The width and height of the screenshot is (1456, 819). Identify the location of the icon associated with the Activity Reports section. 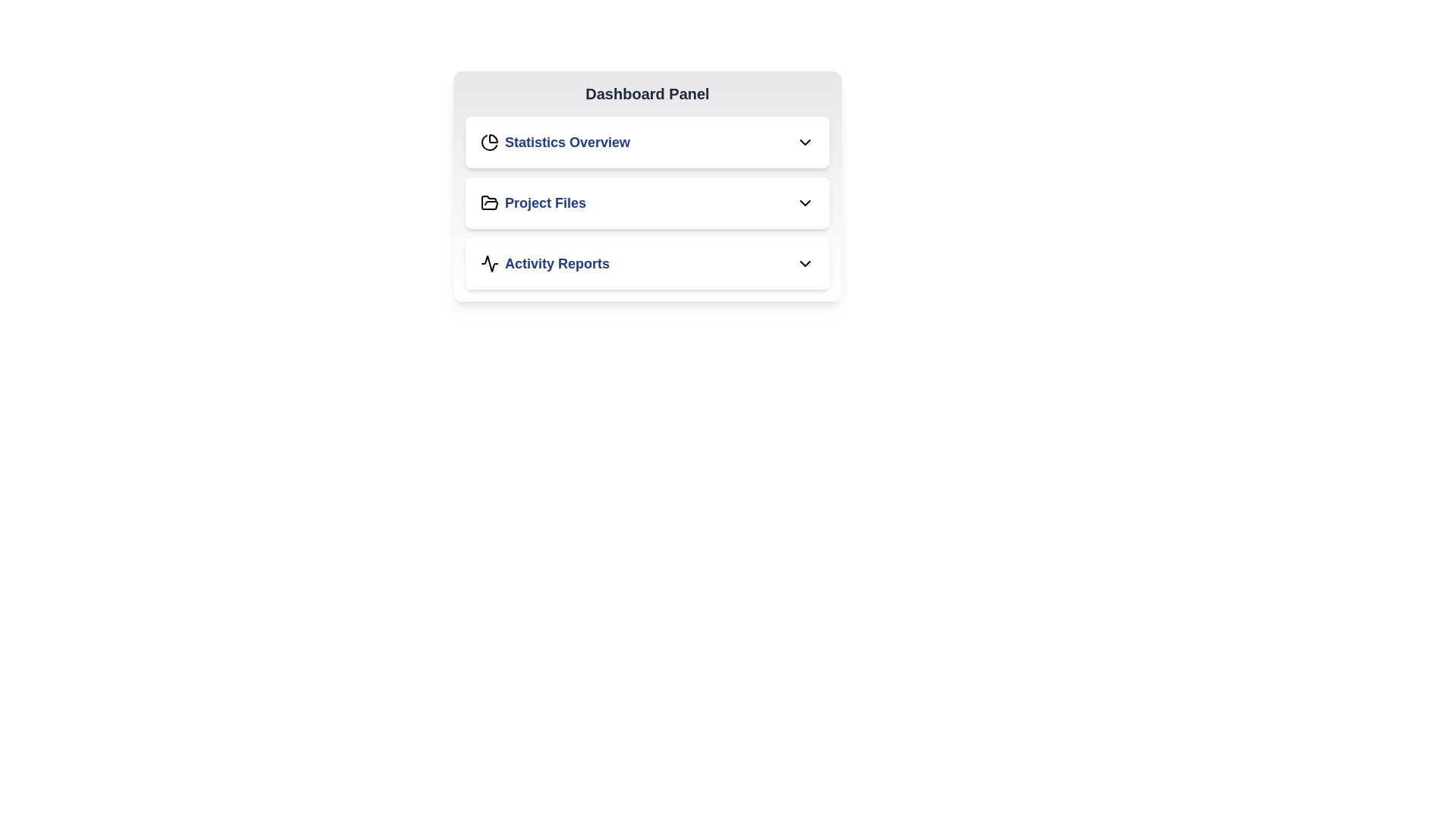
(490, 262).